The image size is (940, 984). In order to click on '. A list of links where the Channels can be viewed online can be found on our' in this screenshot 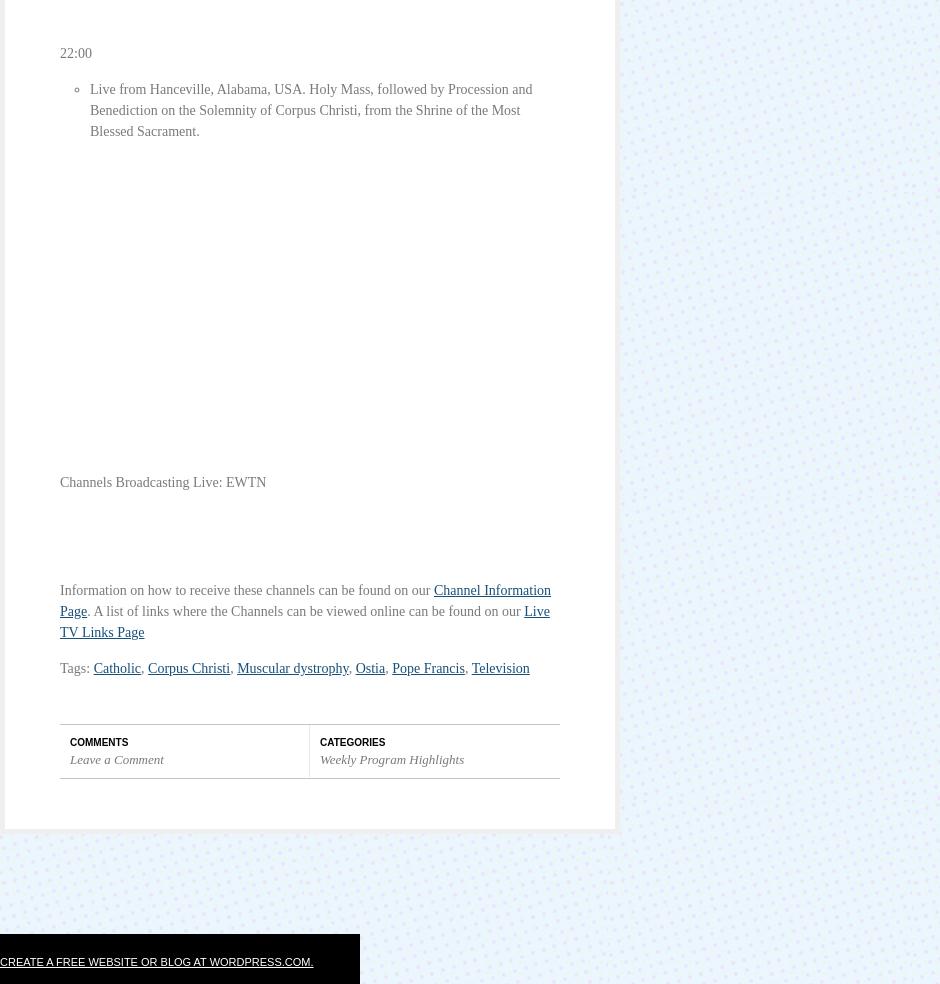, I will do `click(87, 610)`.